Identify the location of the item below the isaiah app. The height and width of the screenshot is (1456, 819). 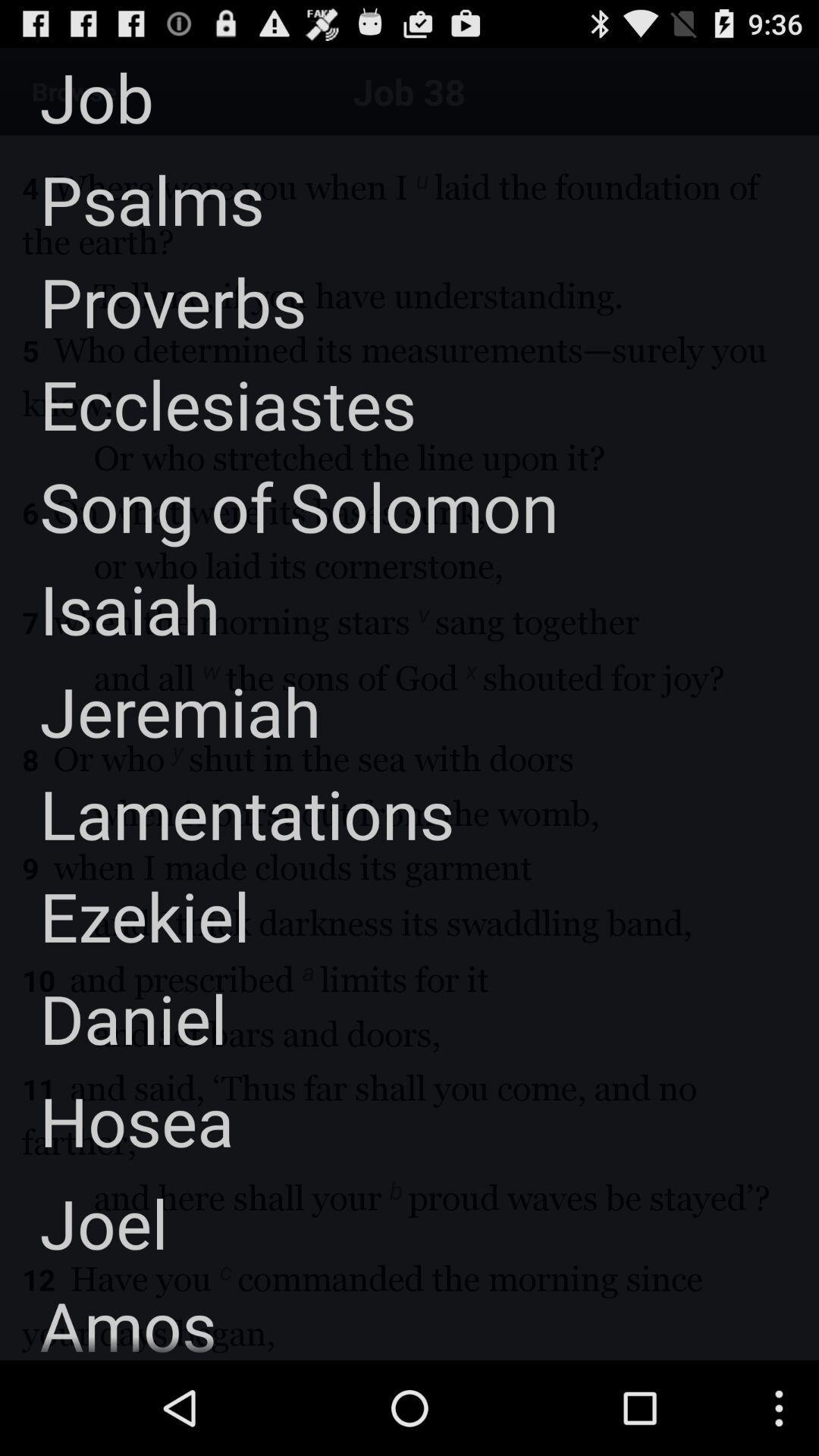
(160, 710).